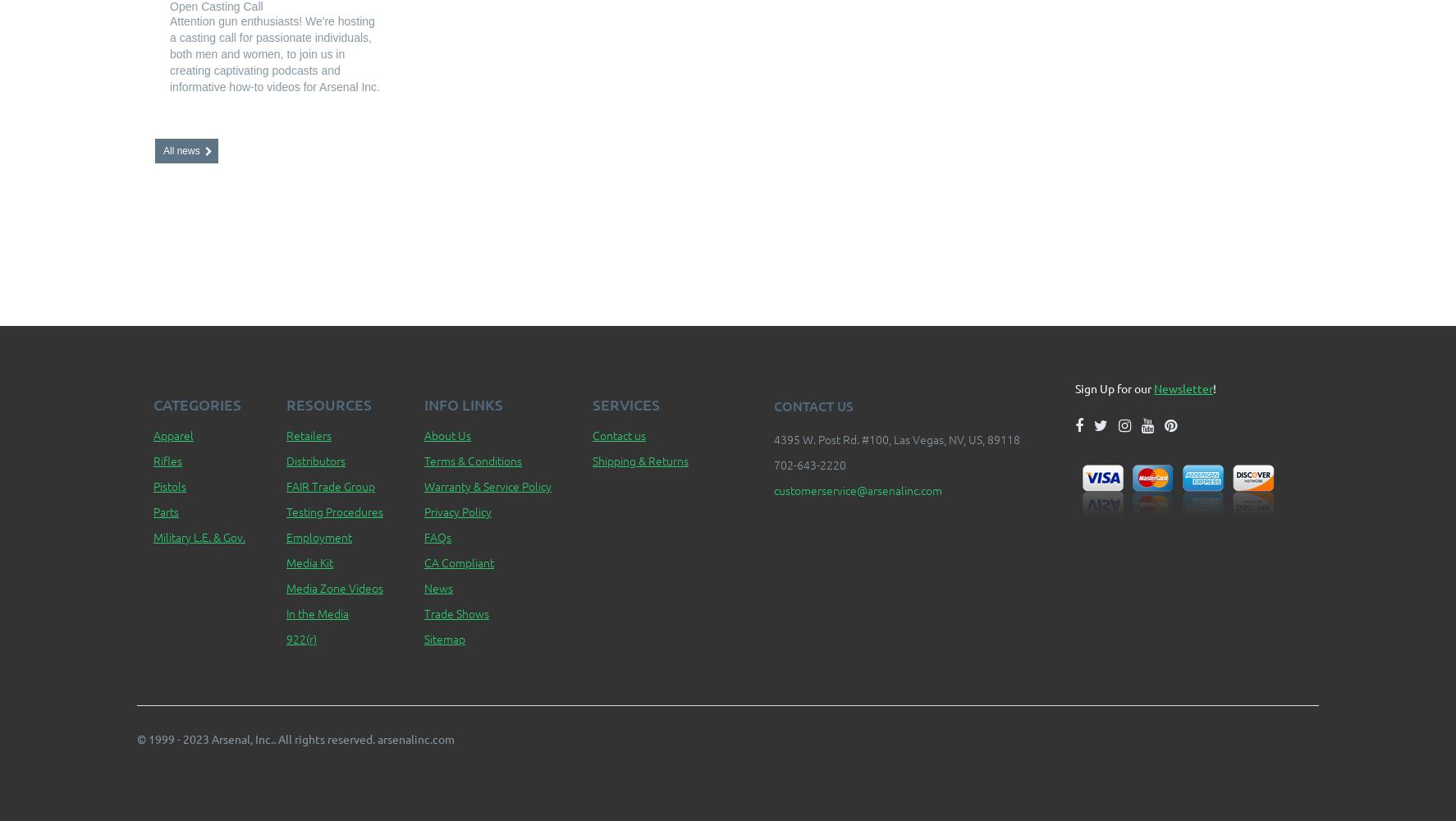 Image resolution: width=1456 pixels, height=821 pixels. I want to click on 'Distributors', so click(314, 461).